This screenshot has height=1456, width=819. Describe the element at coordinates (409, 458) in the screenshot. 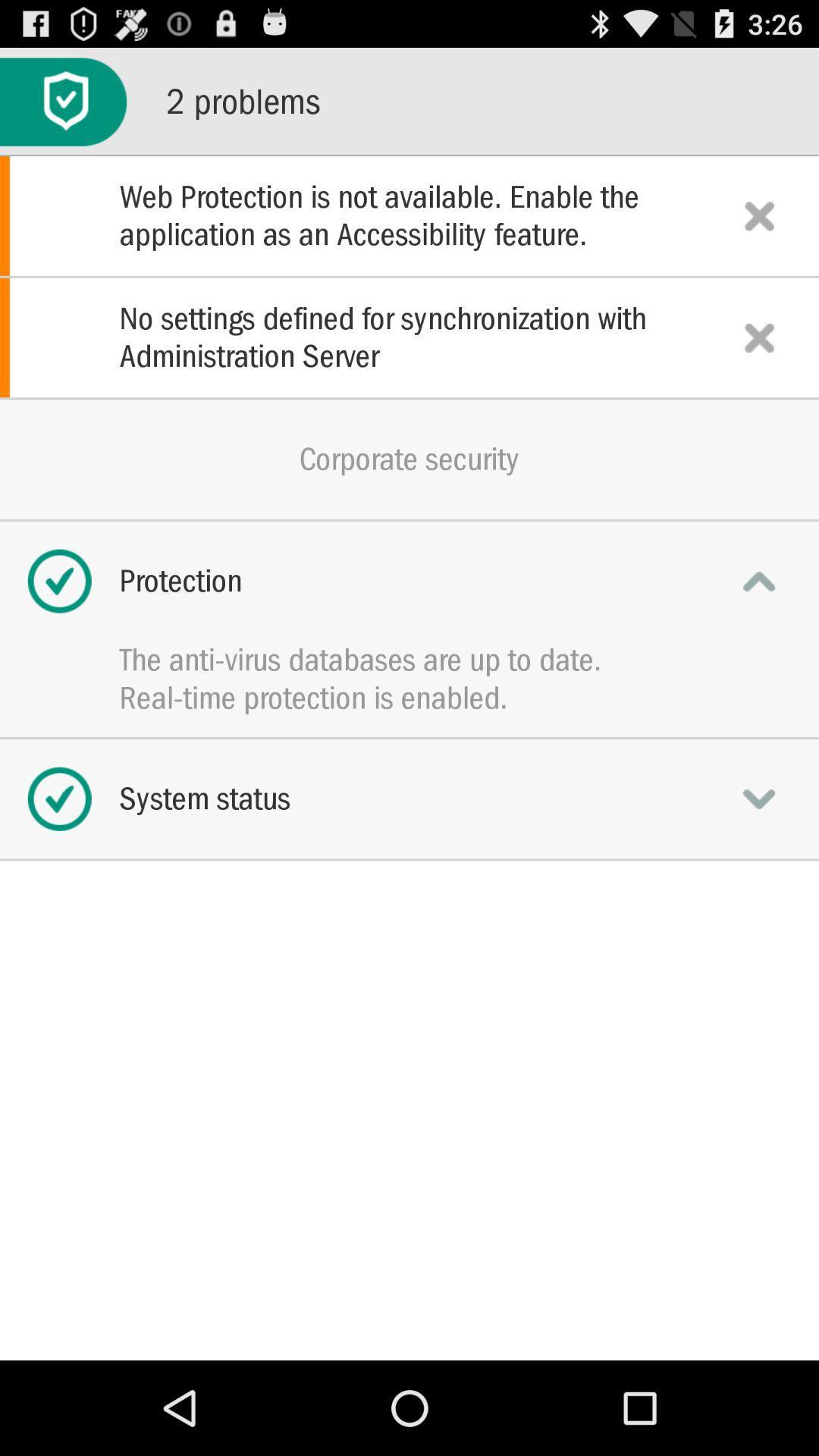

I see `the corporate security` at that location.